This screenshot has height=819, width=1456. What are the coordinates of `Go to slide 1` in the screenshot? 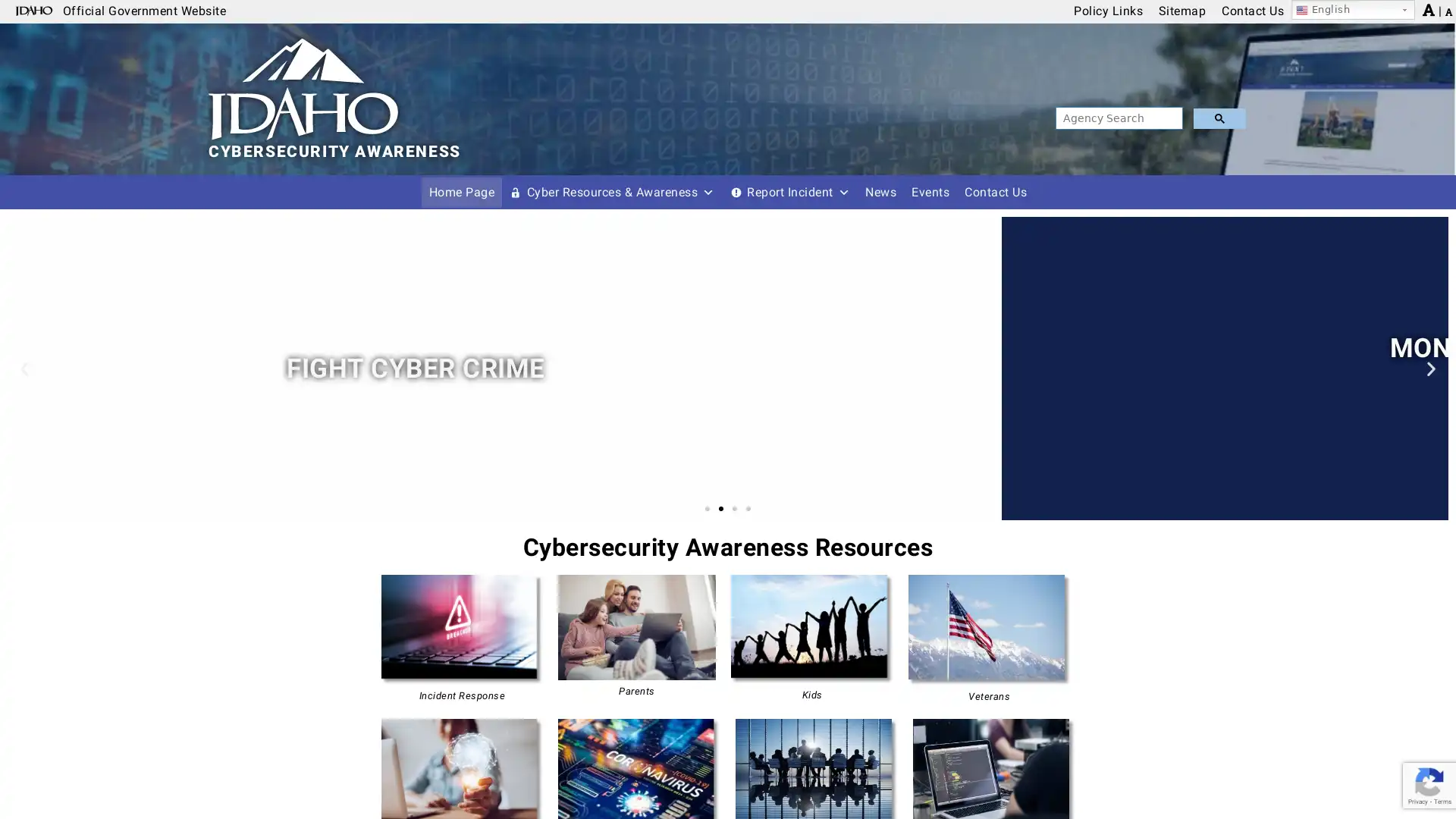 It's located at (706, 509).